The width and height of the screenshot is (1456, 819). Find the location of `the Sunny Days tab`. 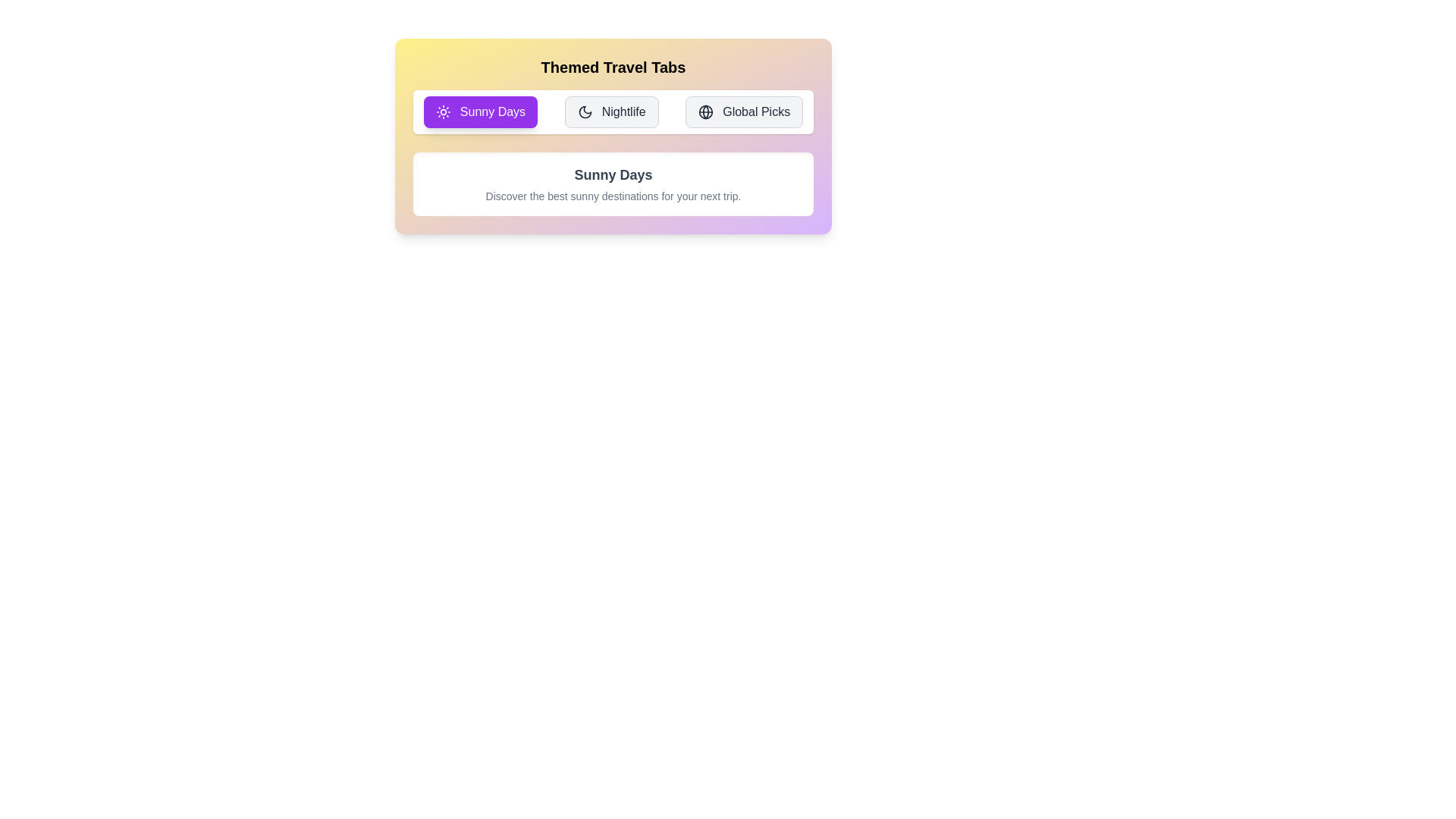

the Sunny Days tab is located at coordinates (479, 111).